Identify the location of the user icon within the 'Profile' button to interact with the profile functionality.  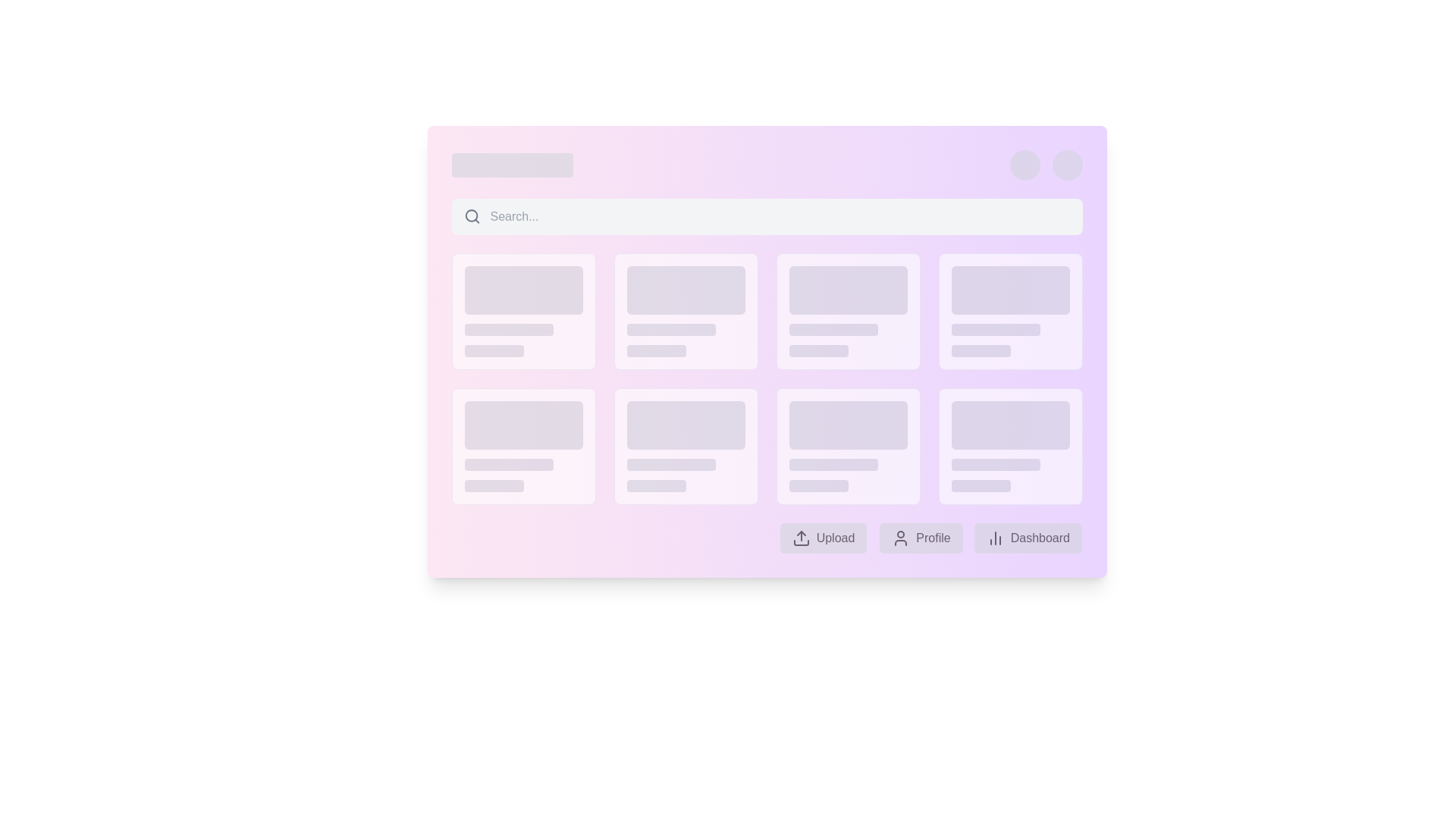
(900, 537).